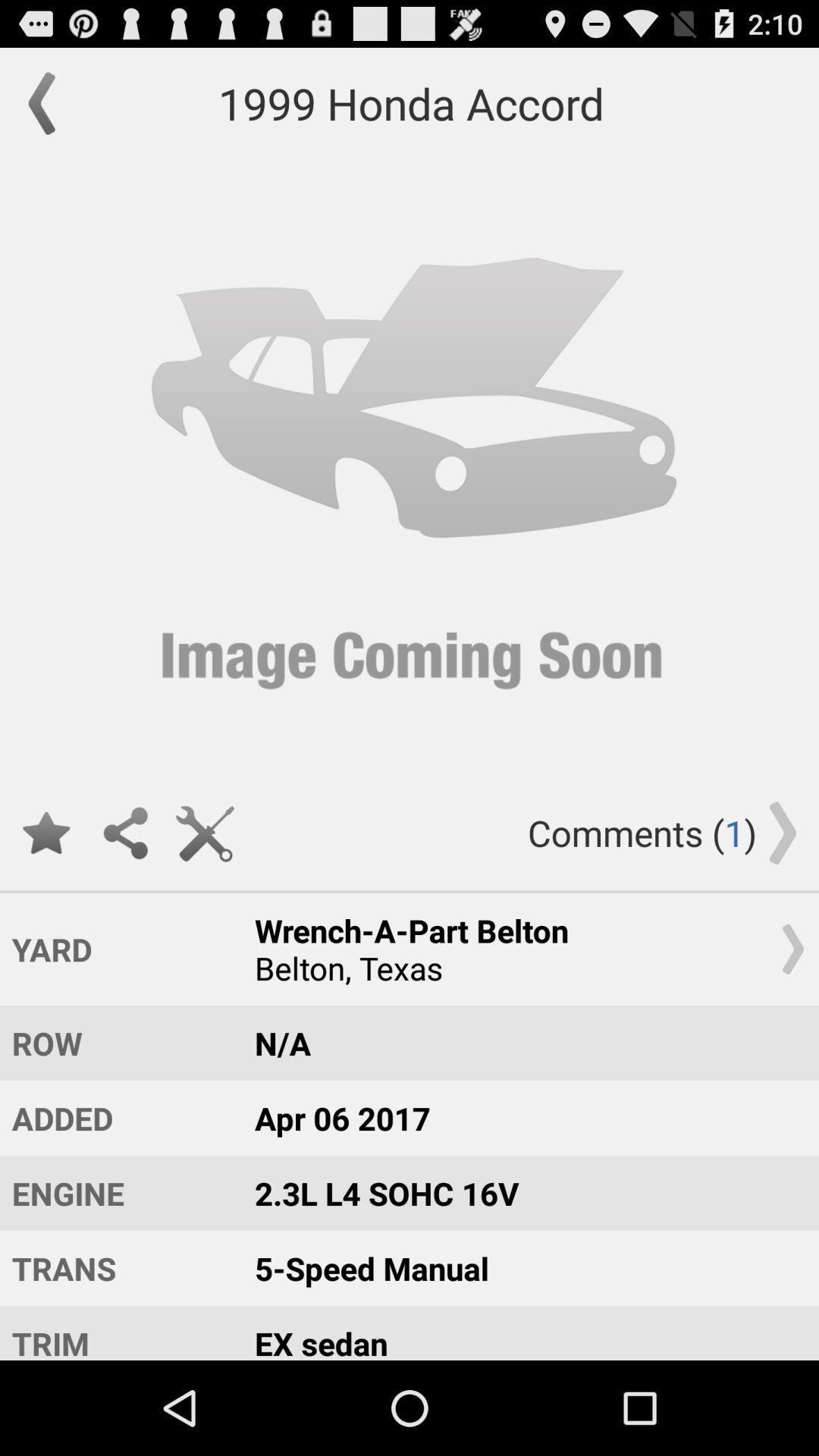 This screenshot has height=1456, width=819. I want to click on the item next to the yard app, so click(522, 948).